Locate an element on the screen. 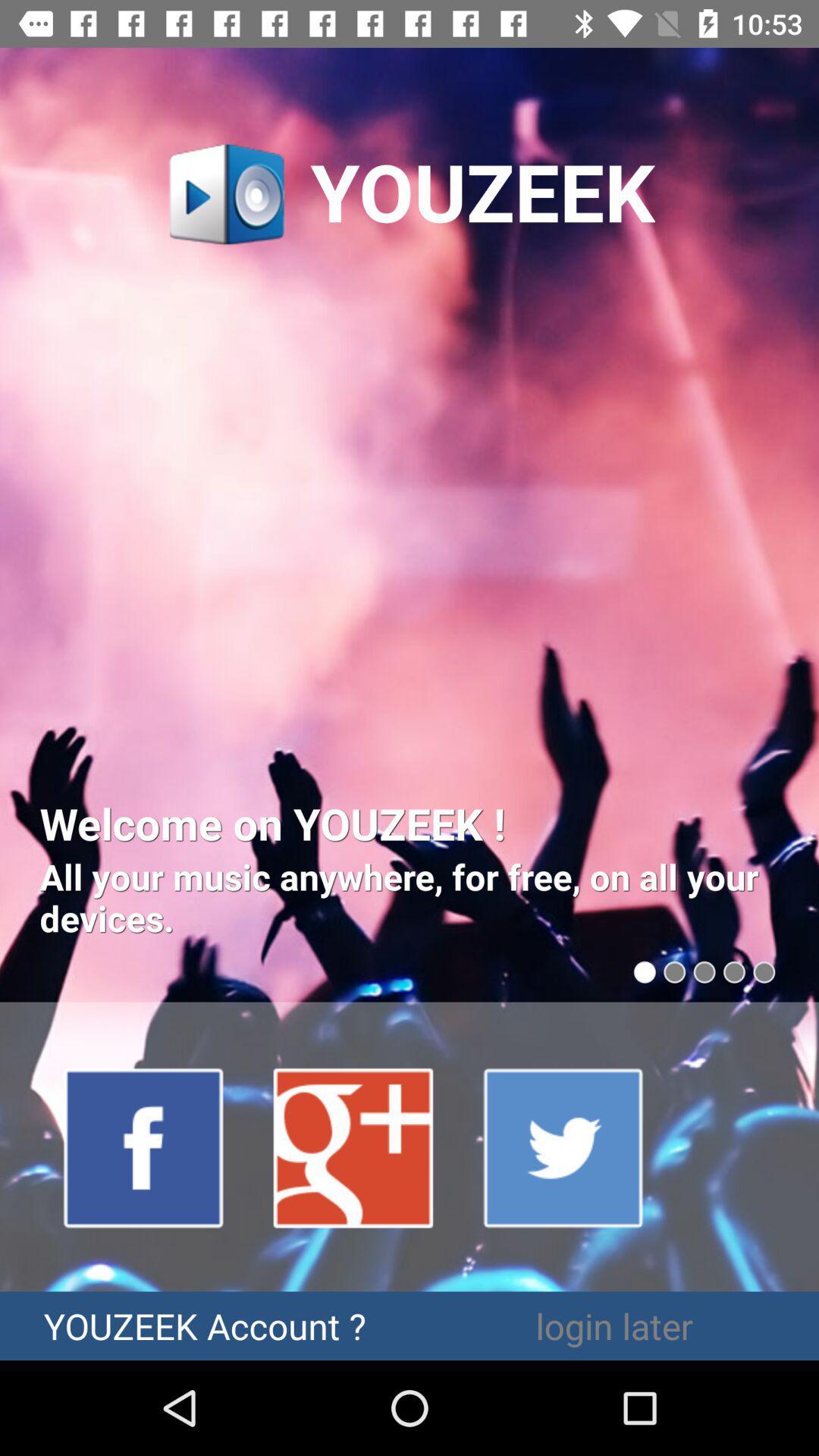 Image resolution: width=819 pixels, height=1456 pixels. login later icon is located at coordinates (614, 1325).